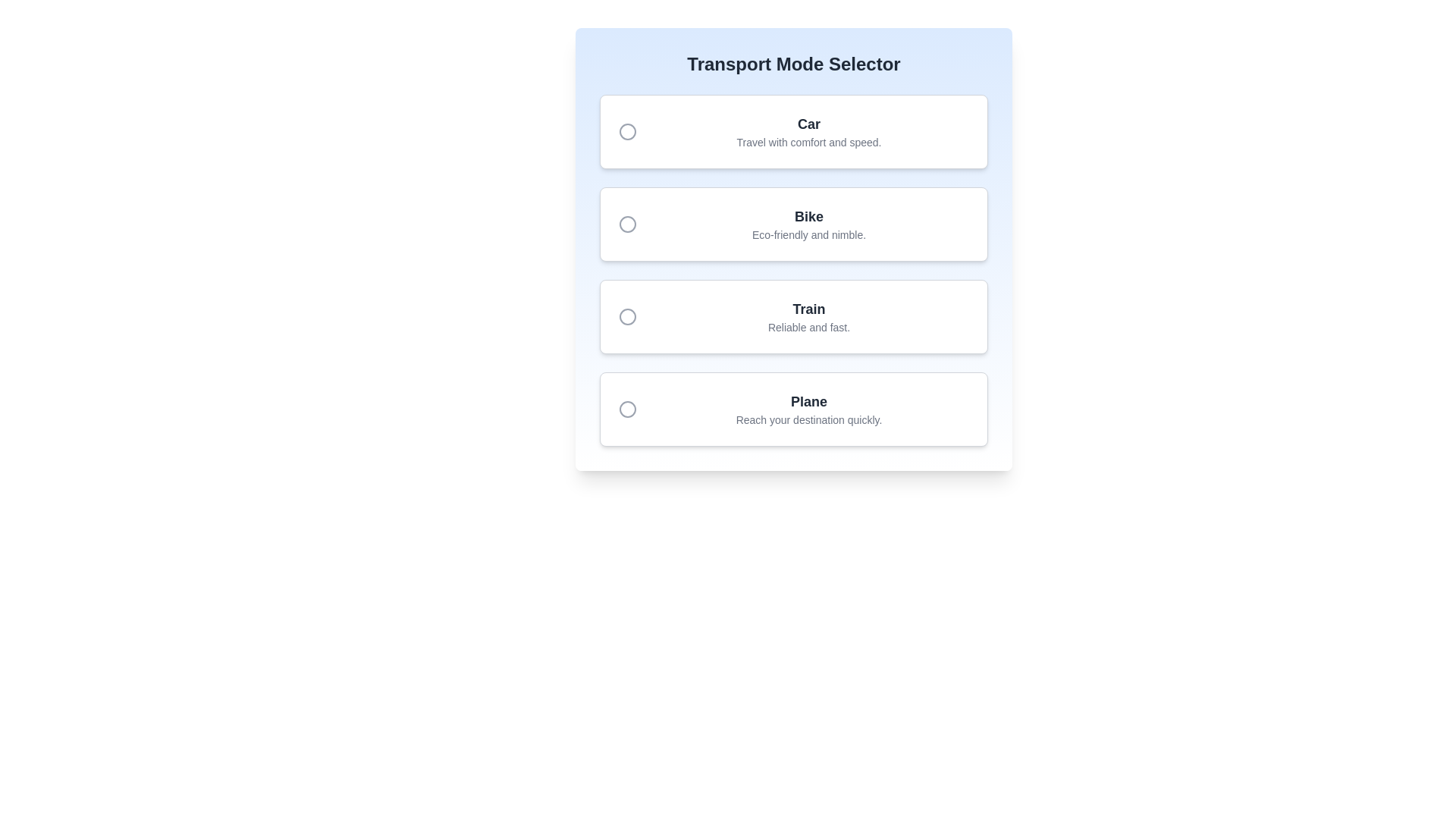 The height and width of the screenshot is (819, 1456). What do you see at coordinates (792, 270) in the screenshot?
I see `one of the options within the Transport Mode Selector radio button group, which includes Car, Bike, Train, and Plane` at bounding box center [792, 270].